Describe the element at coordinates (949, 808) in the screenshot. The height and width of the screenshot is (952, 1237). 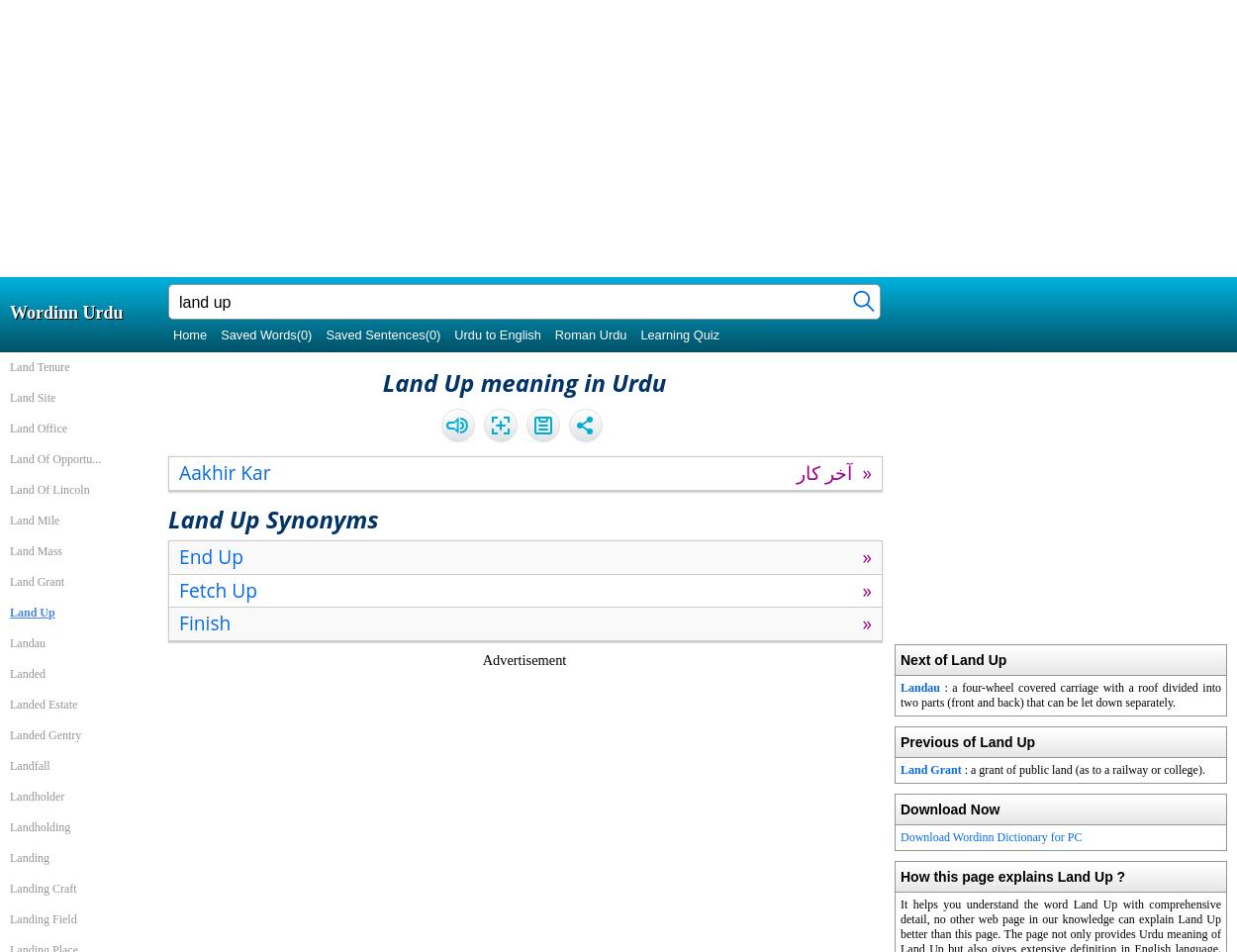
I see `'Download Now'` at that location.